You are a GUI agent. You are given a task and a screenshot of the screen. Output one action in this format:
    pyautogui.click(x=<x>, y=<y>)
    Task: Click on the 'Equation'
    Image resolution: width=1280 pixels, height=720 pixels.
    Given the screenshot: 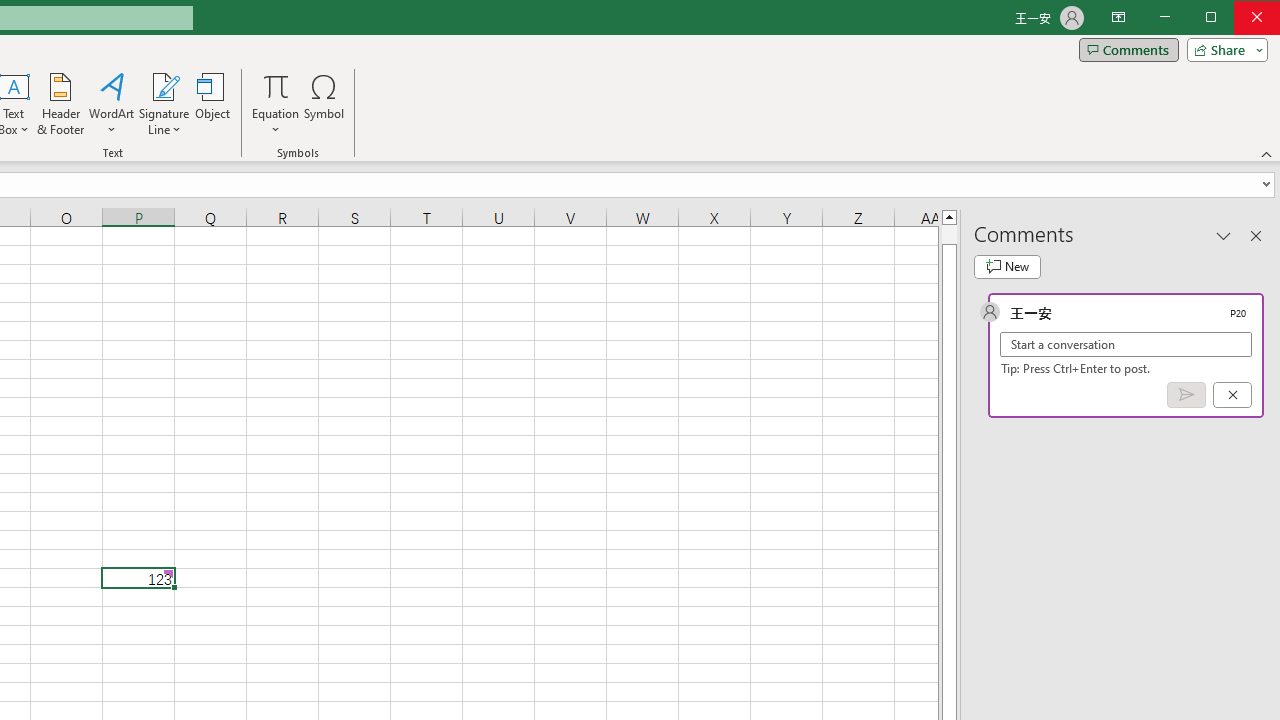 What is the action you would take?
    pyautogui.click(x=274, y=85)
    